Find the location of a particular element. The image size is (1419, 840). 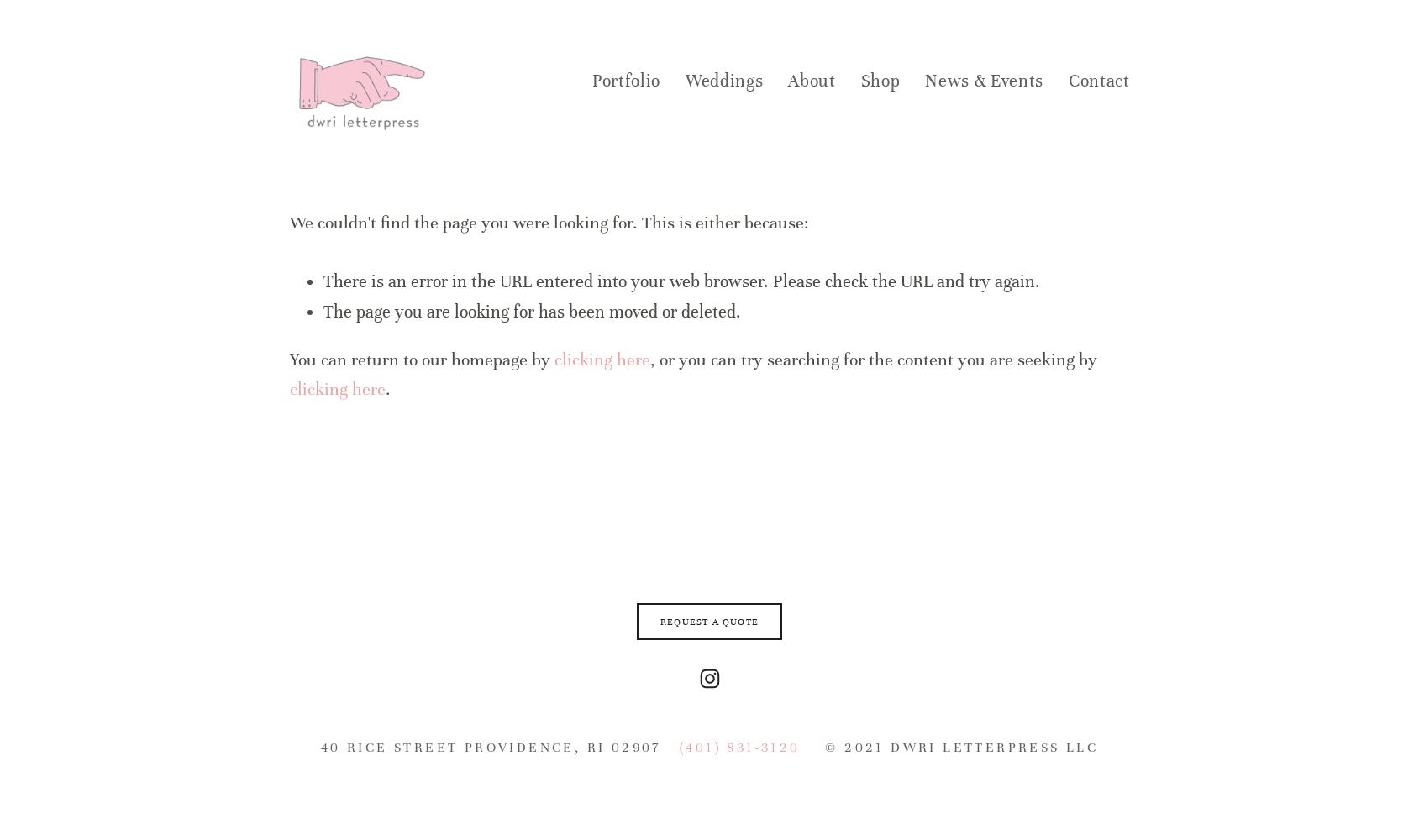

'request a quote' is located at coordinates (708, 621).